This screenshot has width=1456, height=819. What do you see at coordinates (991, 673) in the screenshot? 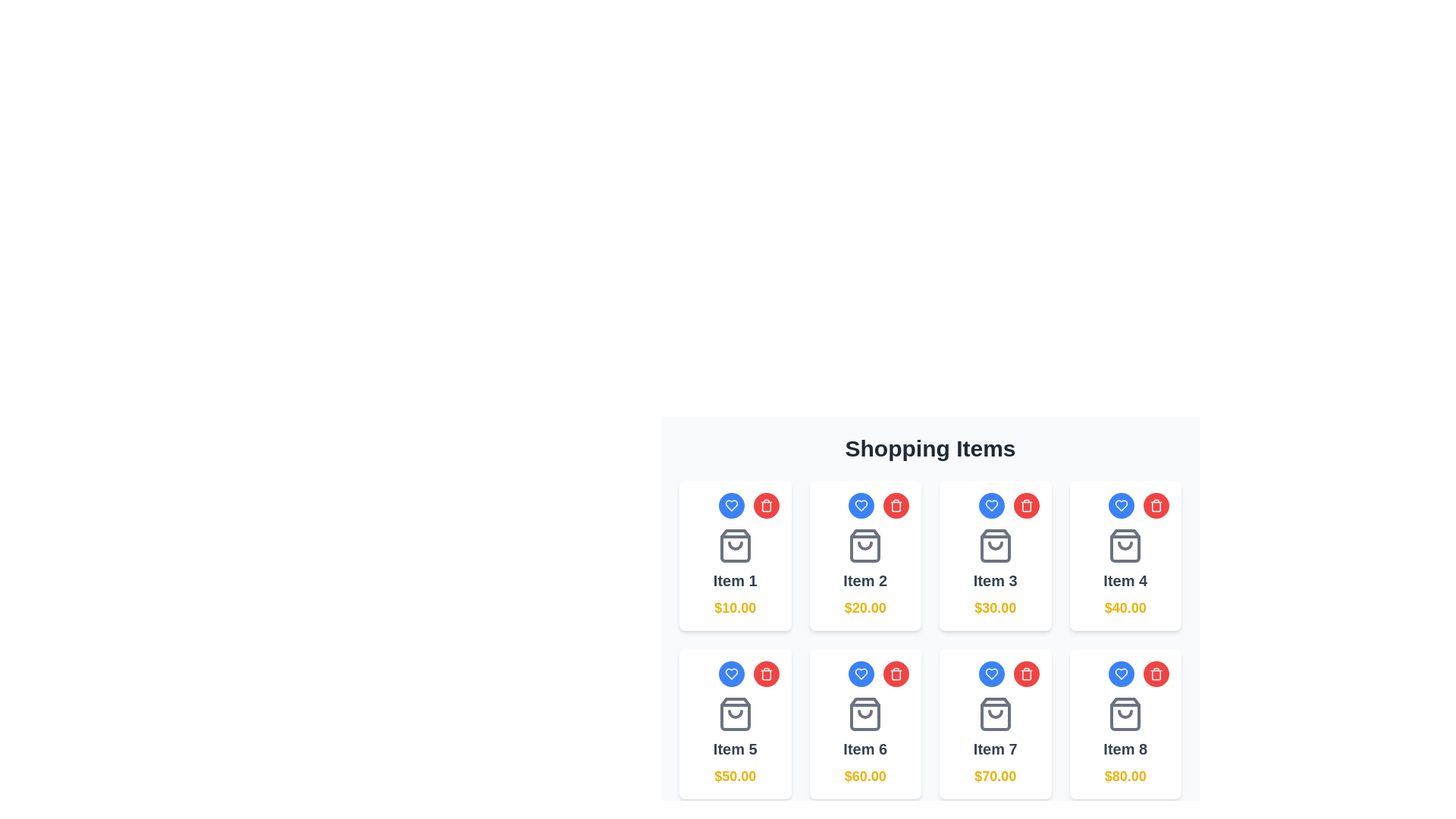
I see `the heart-shaped icon button outlined in blue that represents 'favorite' or 'like' functionality, located at the top left corner of the section for 'Item 7'` at bounding box center [991, 673].